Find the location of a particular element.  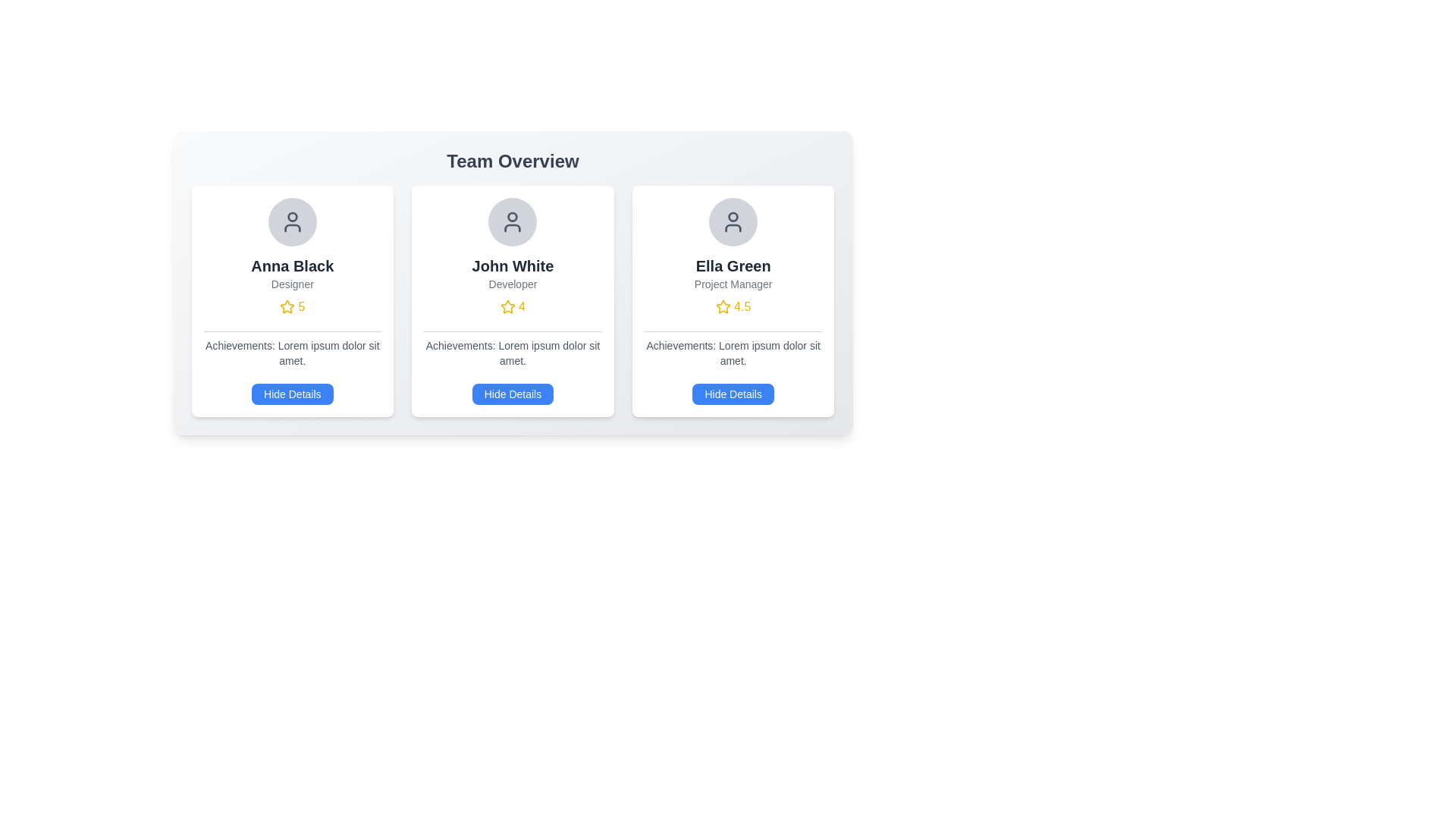

the label that provides information about a team member, including their name, role, and rating, located in the first card of the 'Team Overview' section, under the user avatar icon is located at coordinates (292, 286).